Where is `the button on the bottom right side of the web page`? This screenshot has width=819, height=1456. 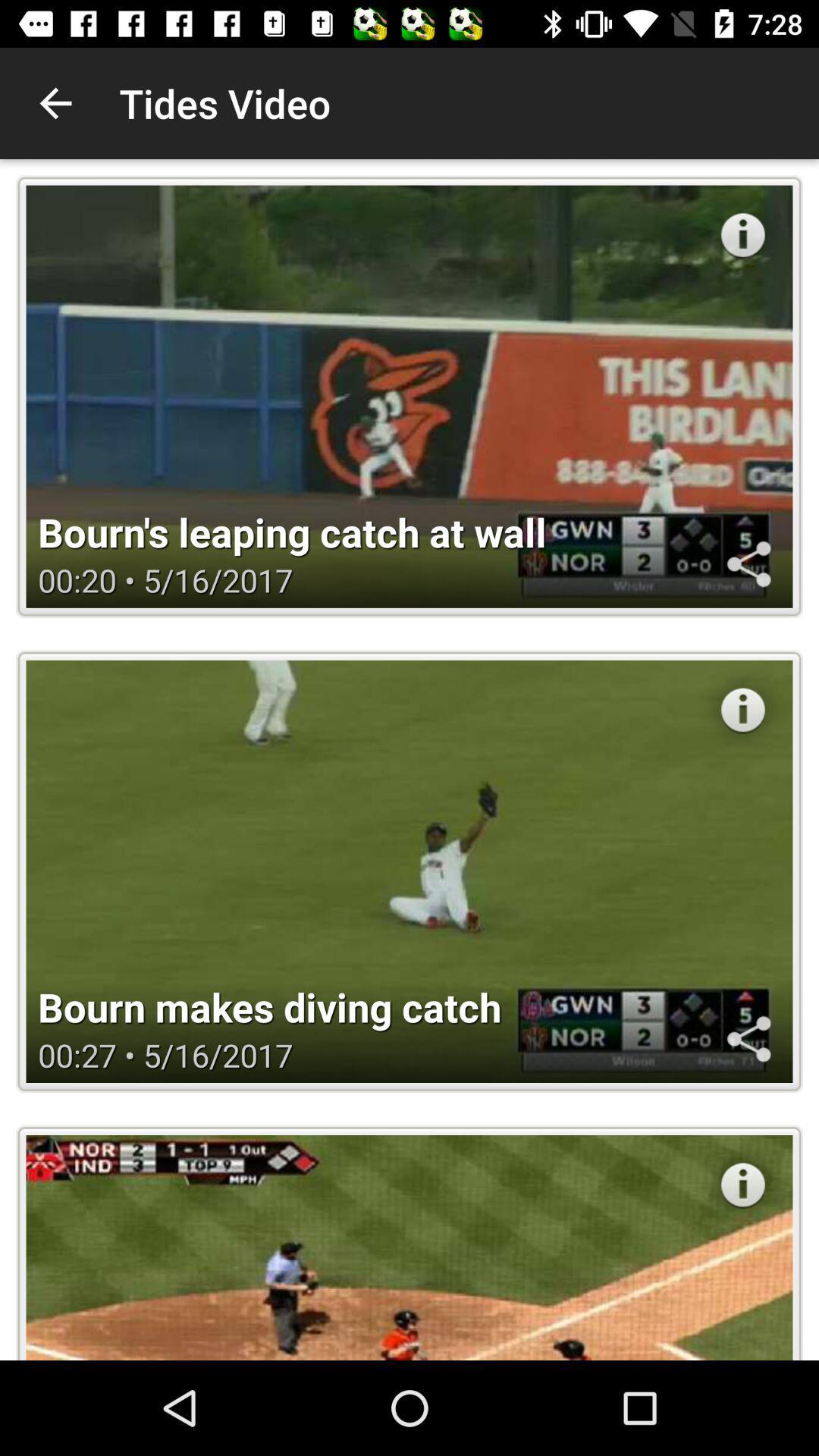
the button on the bottom right side of the web page is located at coordinates (742, 1184).